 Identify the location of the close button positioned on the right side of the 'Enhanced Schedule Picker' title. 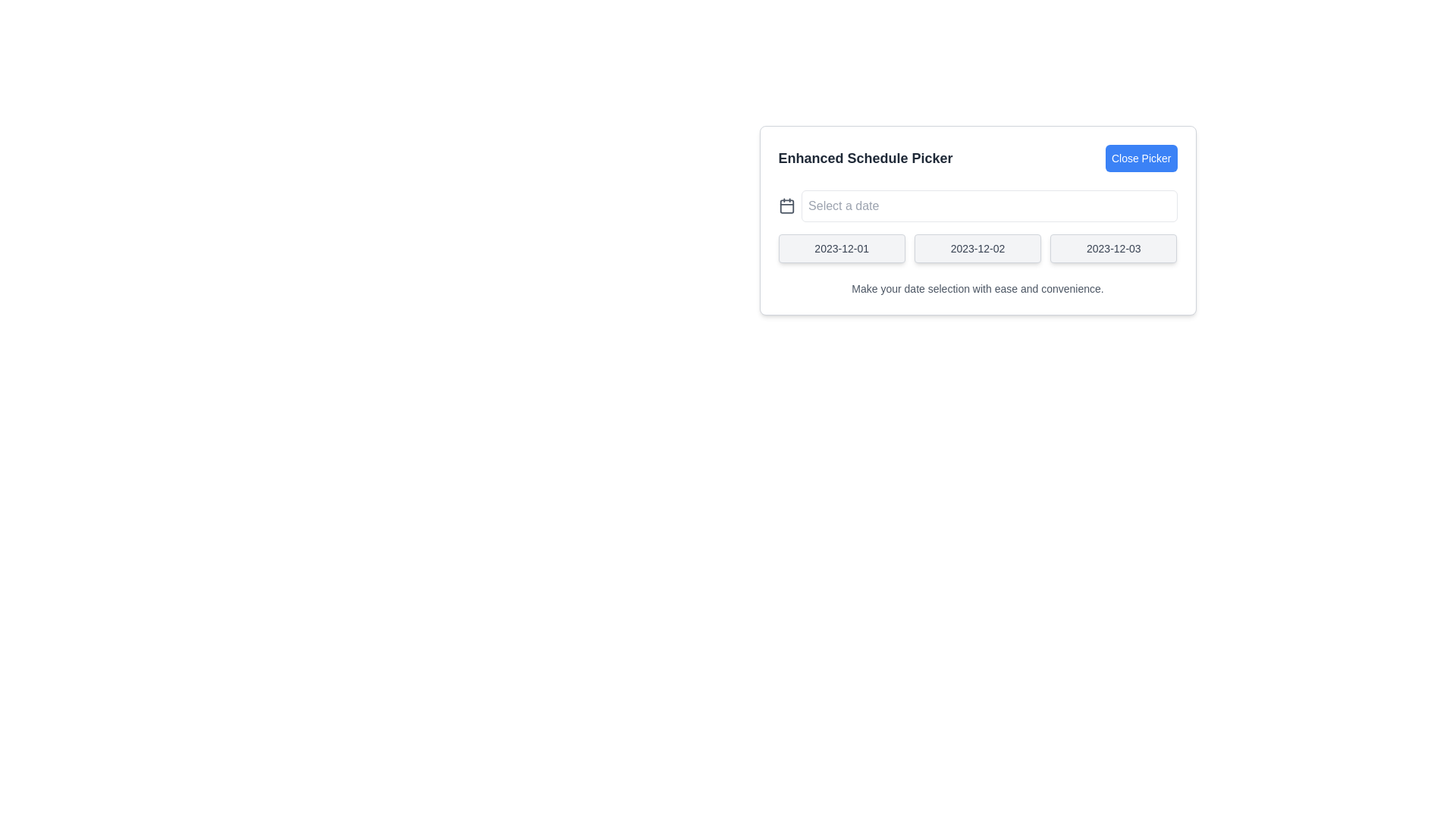
(1141, 158).